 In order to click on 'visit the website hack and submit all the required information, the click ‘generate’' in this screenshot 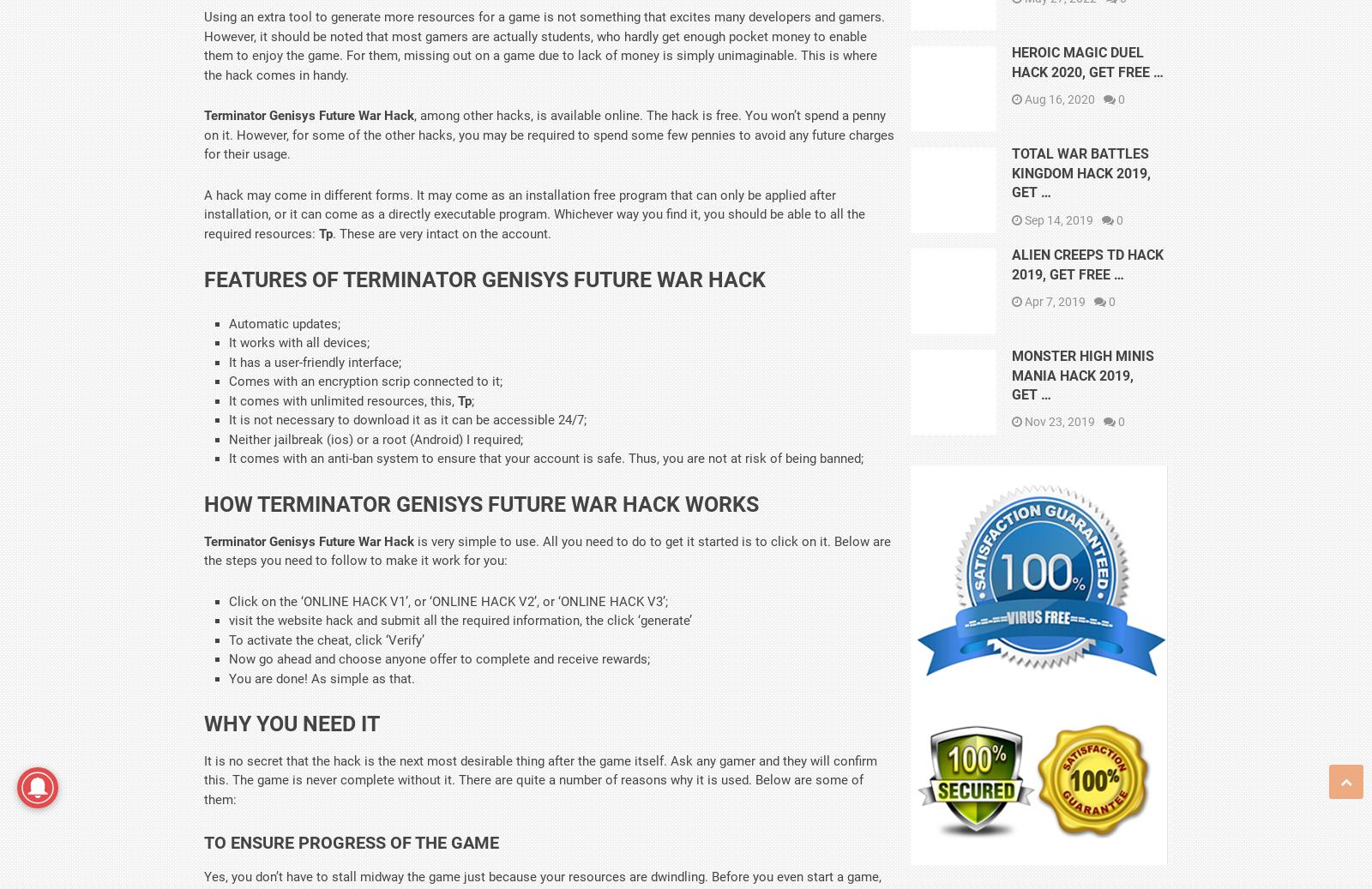, I will do `click(228, 621)`.